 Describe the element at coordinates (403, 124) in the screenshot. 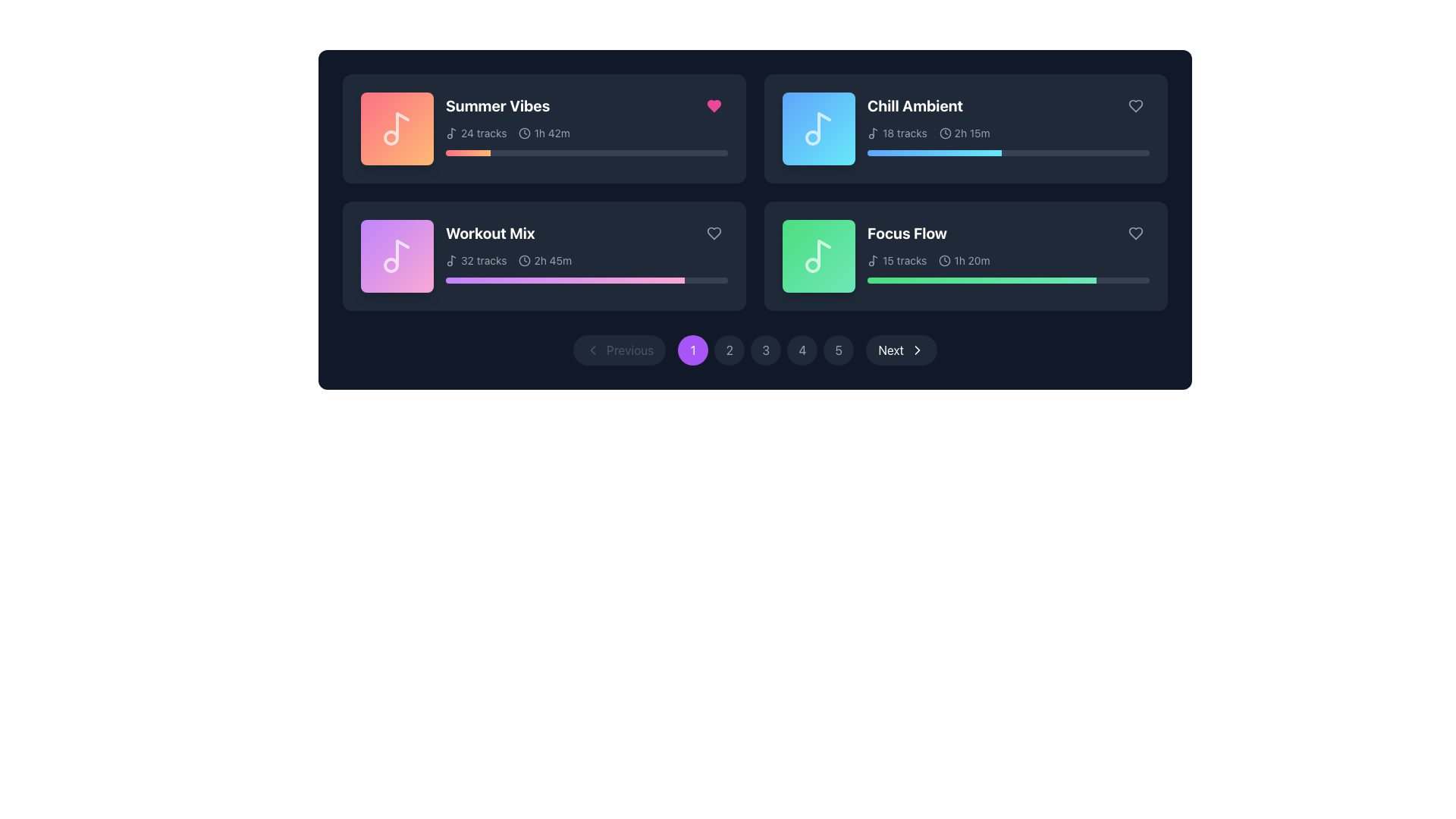

I see `the surrounding card of the 'Summer Vibes' interface, located in the top-left corner, which features a music or audio-related graphical icon` at that location.